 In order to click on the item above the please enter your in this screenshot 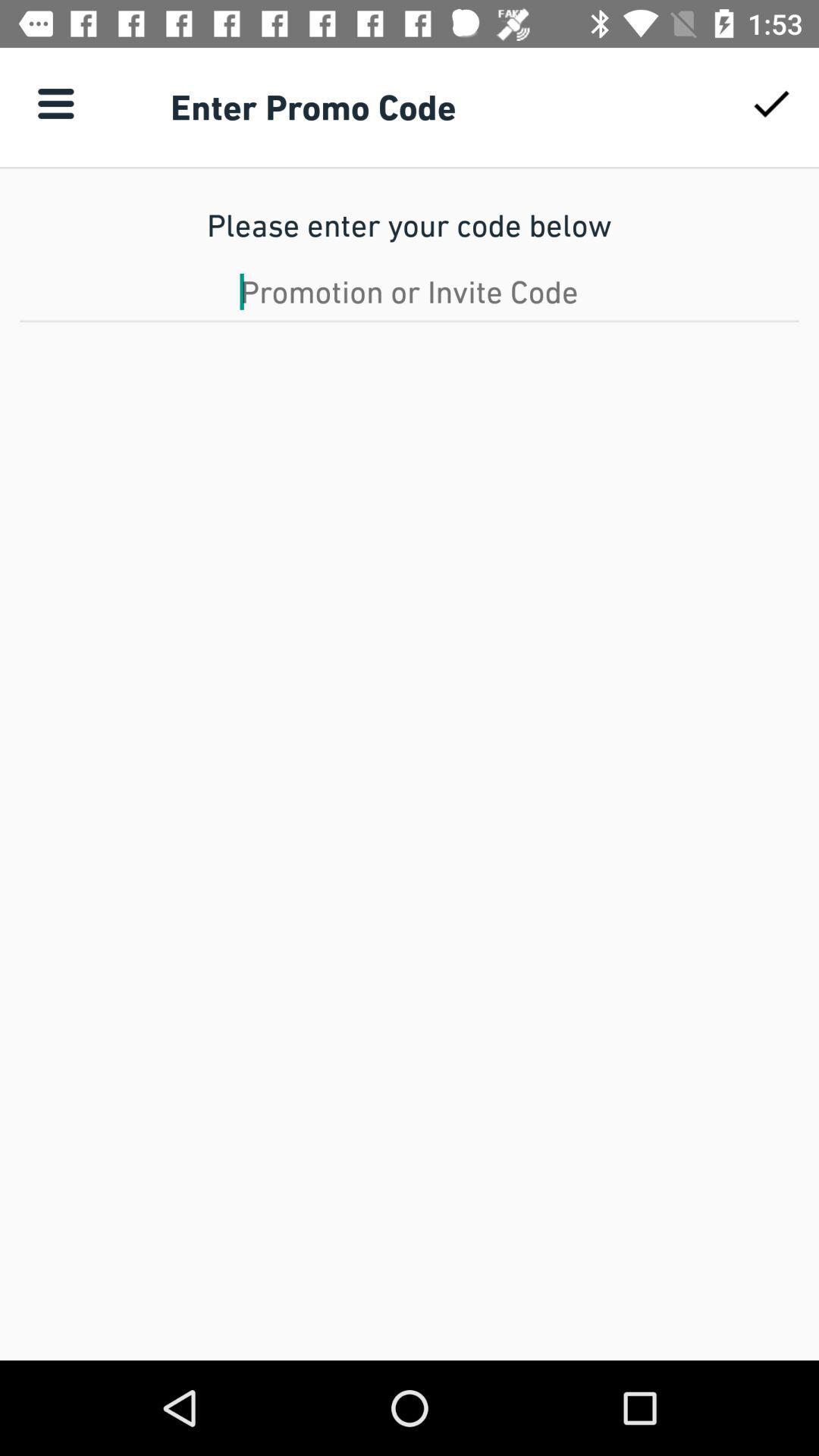, I will do `click(55, 102)`.